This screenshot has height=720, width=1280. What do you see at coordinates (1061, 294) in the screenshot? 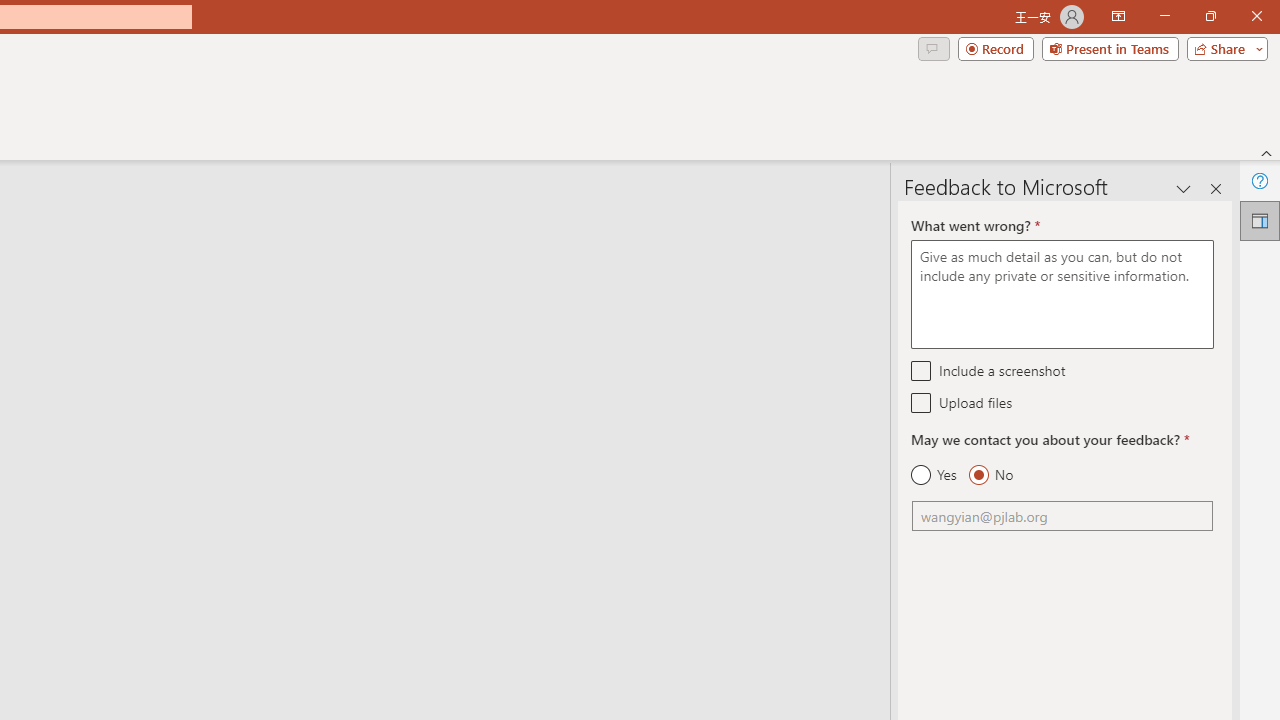
I see `'What went wrong? *'` at bounding box center [1061, 294].